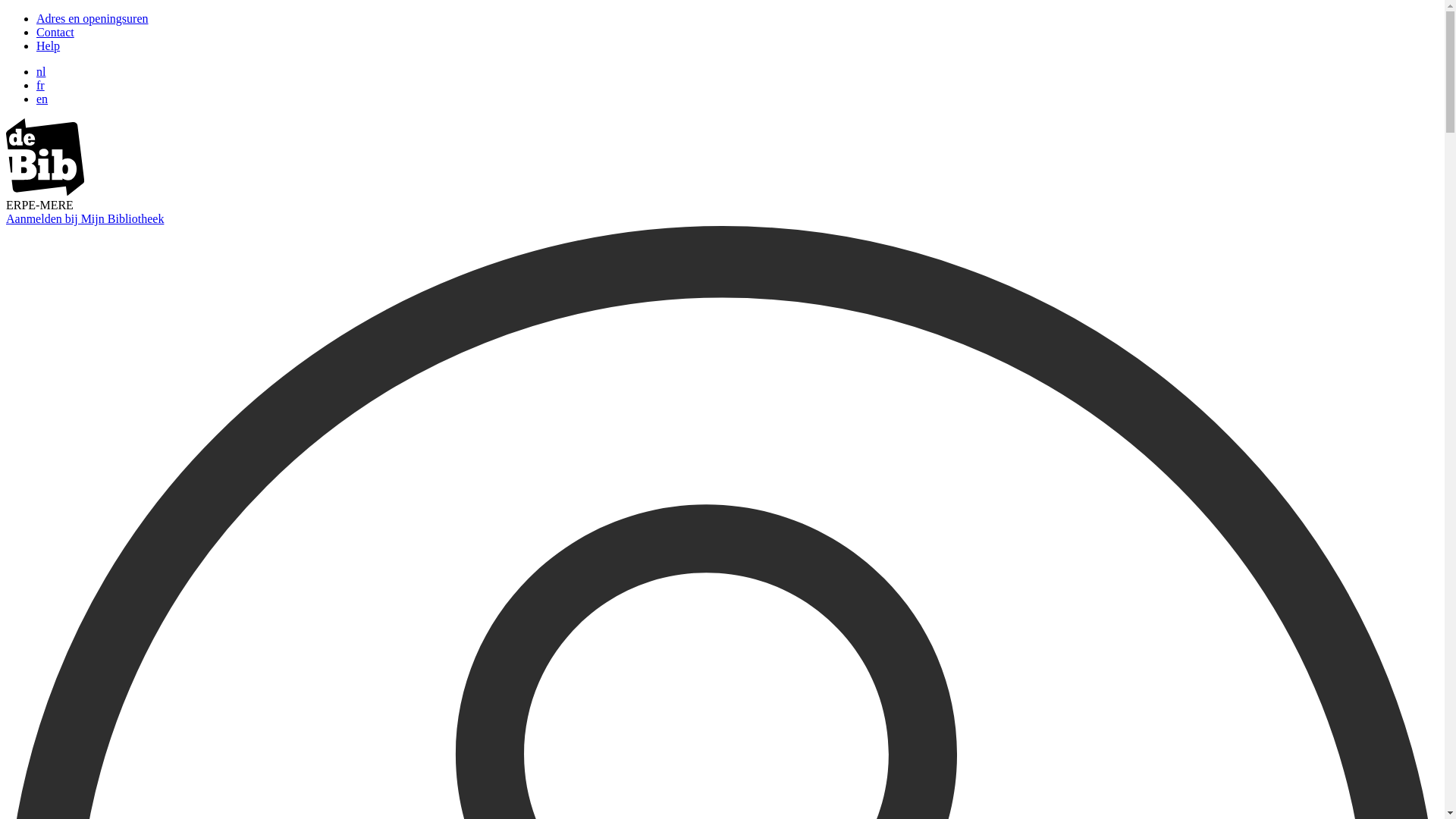 The image size is (1456, 819). Describe the element at coordinates (40, 85) in the screenshot. I see `'fr'` at that location.